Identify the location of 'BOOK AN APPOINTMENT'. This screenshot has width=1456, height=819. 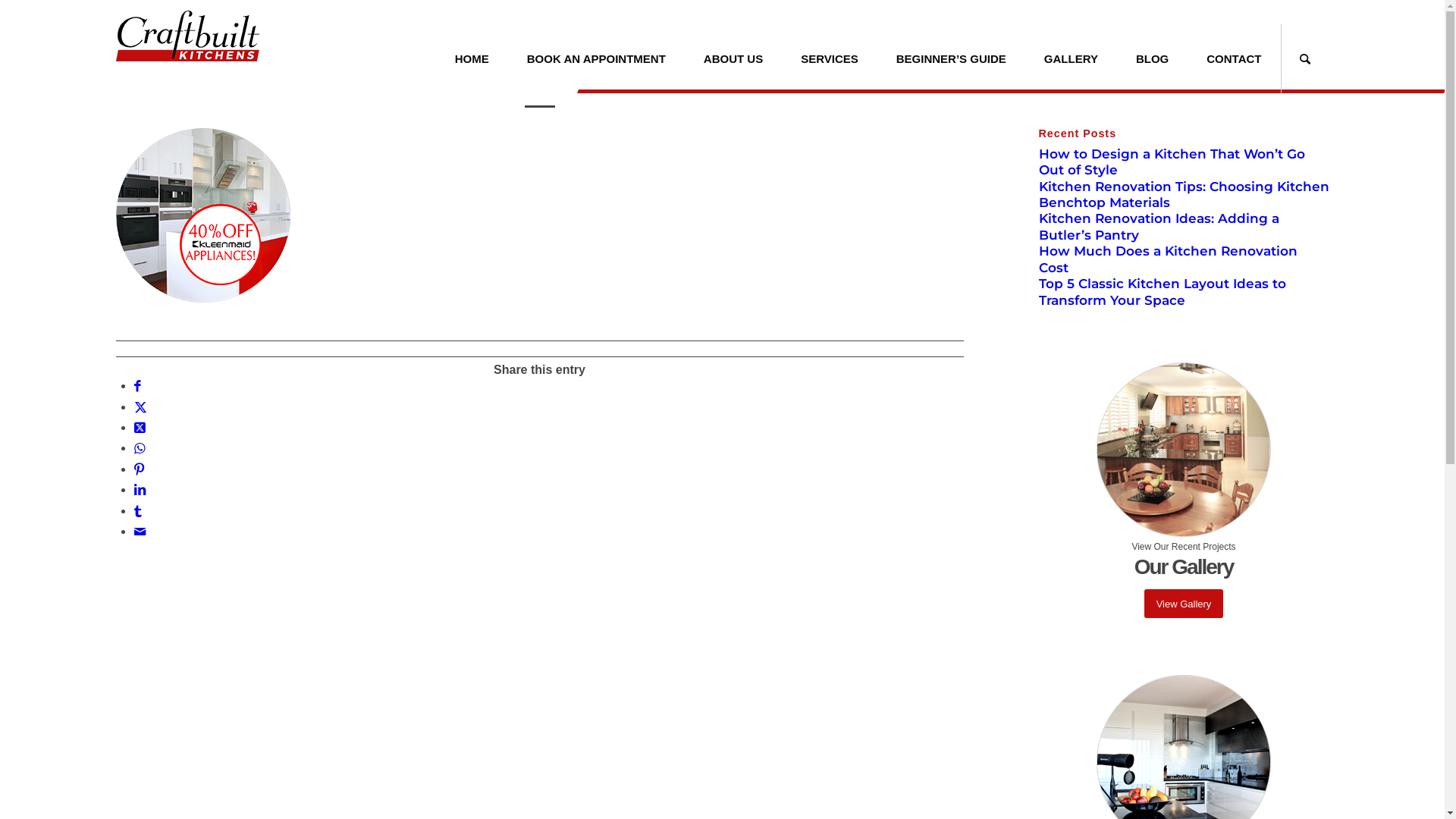
(595, 58).